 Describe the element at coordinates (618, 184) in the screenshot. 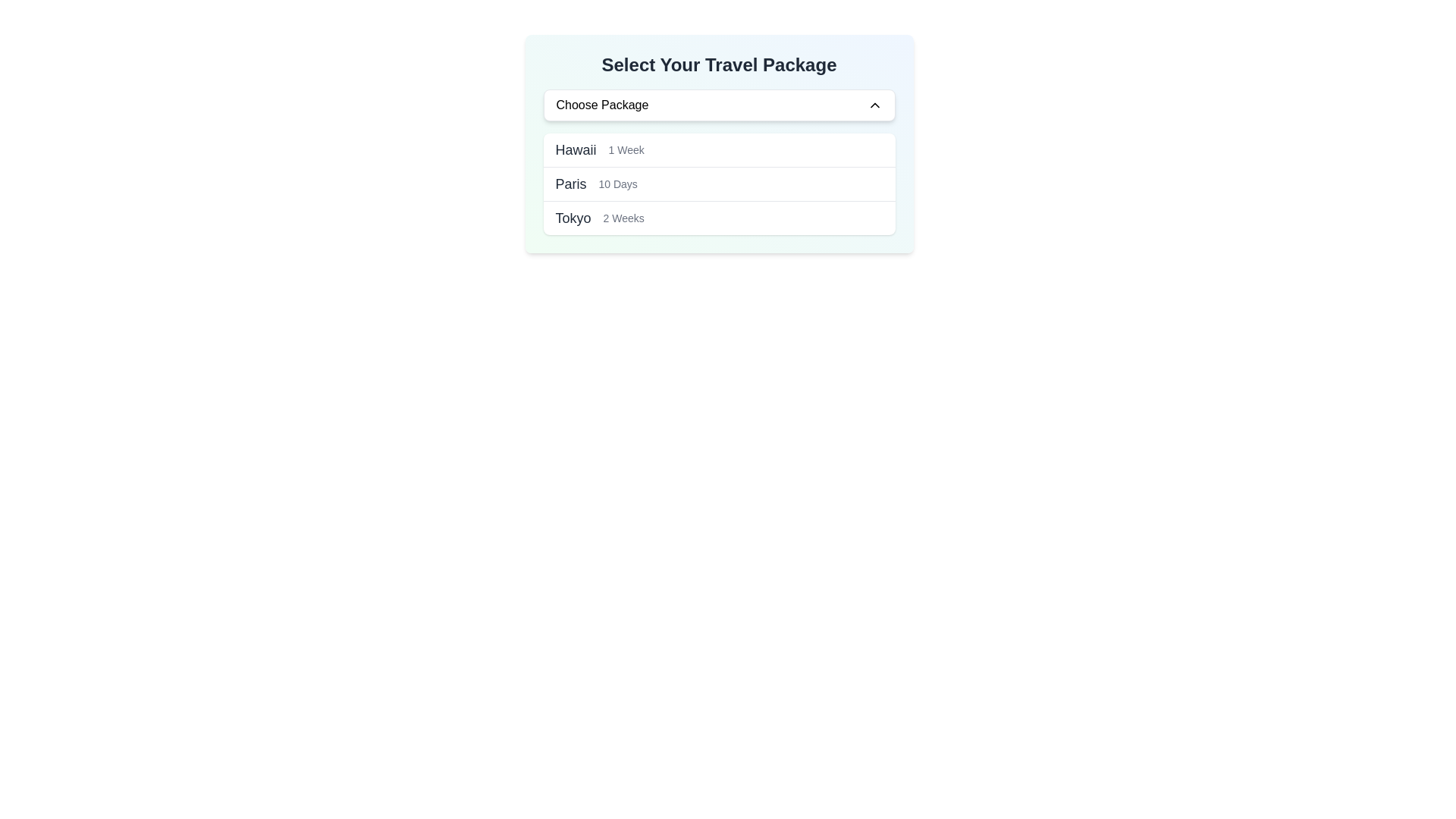

I see `text label displaying '10 Days', which is a small, gray font aligned to the right of 'Paris' in a dropdown list of travel options` at that location.